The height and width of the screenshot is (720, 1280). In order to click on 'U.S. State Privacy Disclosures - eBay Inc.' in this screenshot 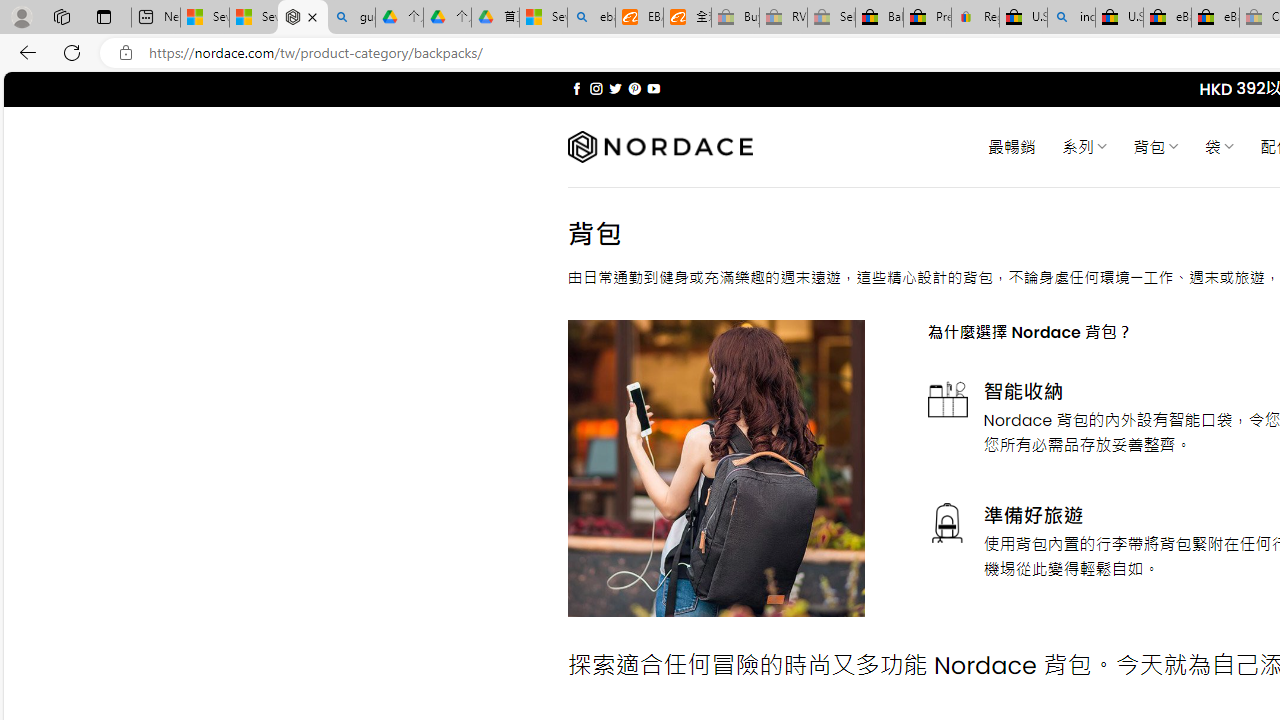, I will do `click(1118, 17)`.